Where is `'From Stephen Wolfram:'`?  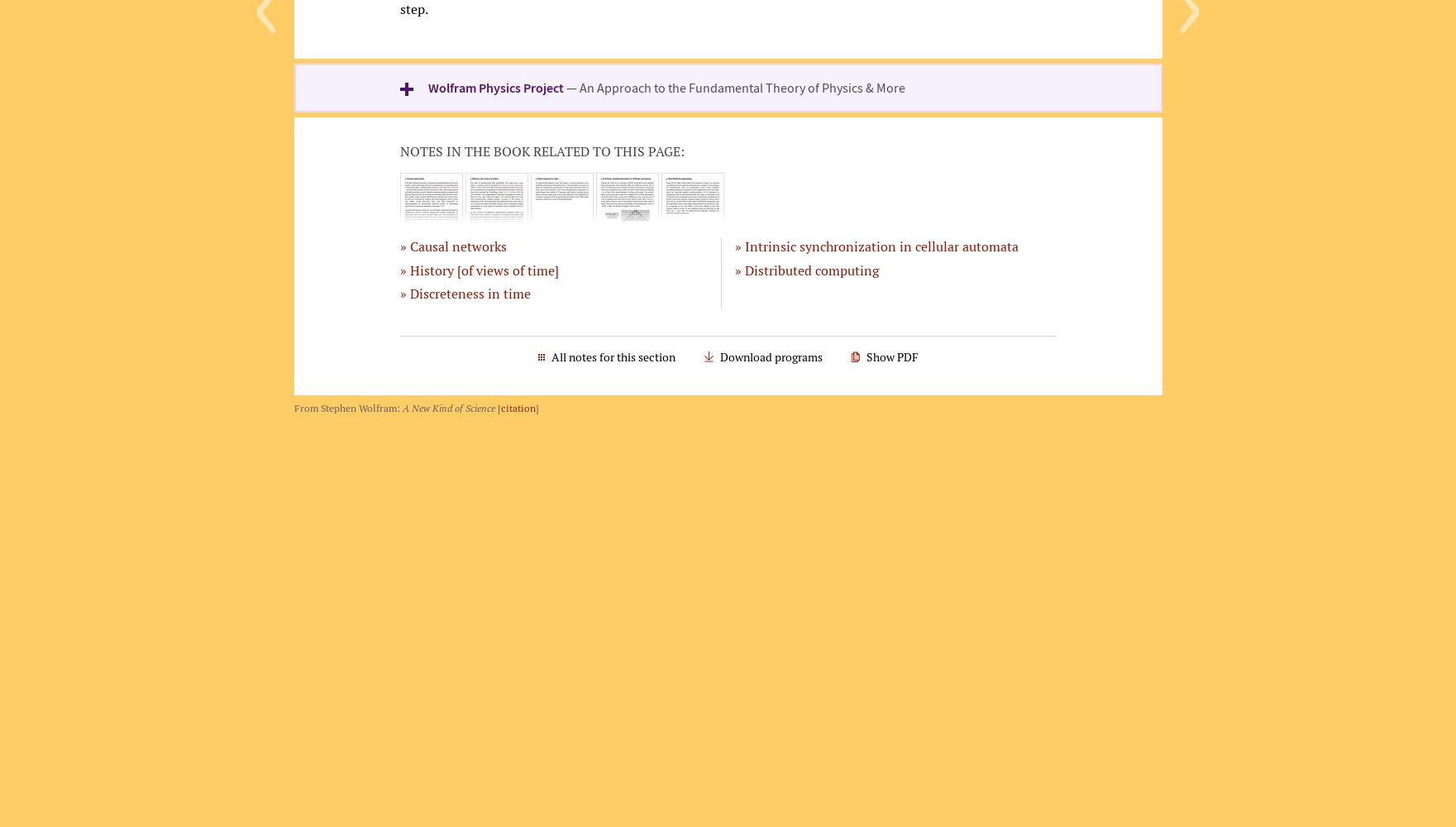 'From Stephen Wolfram:' is located at coordinates (346, 406).